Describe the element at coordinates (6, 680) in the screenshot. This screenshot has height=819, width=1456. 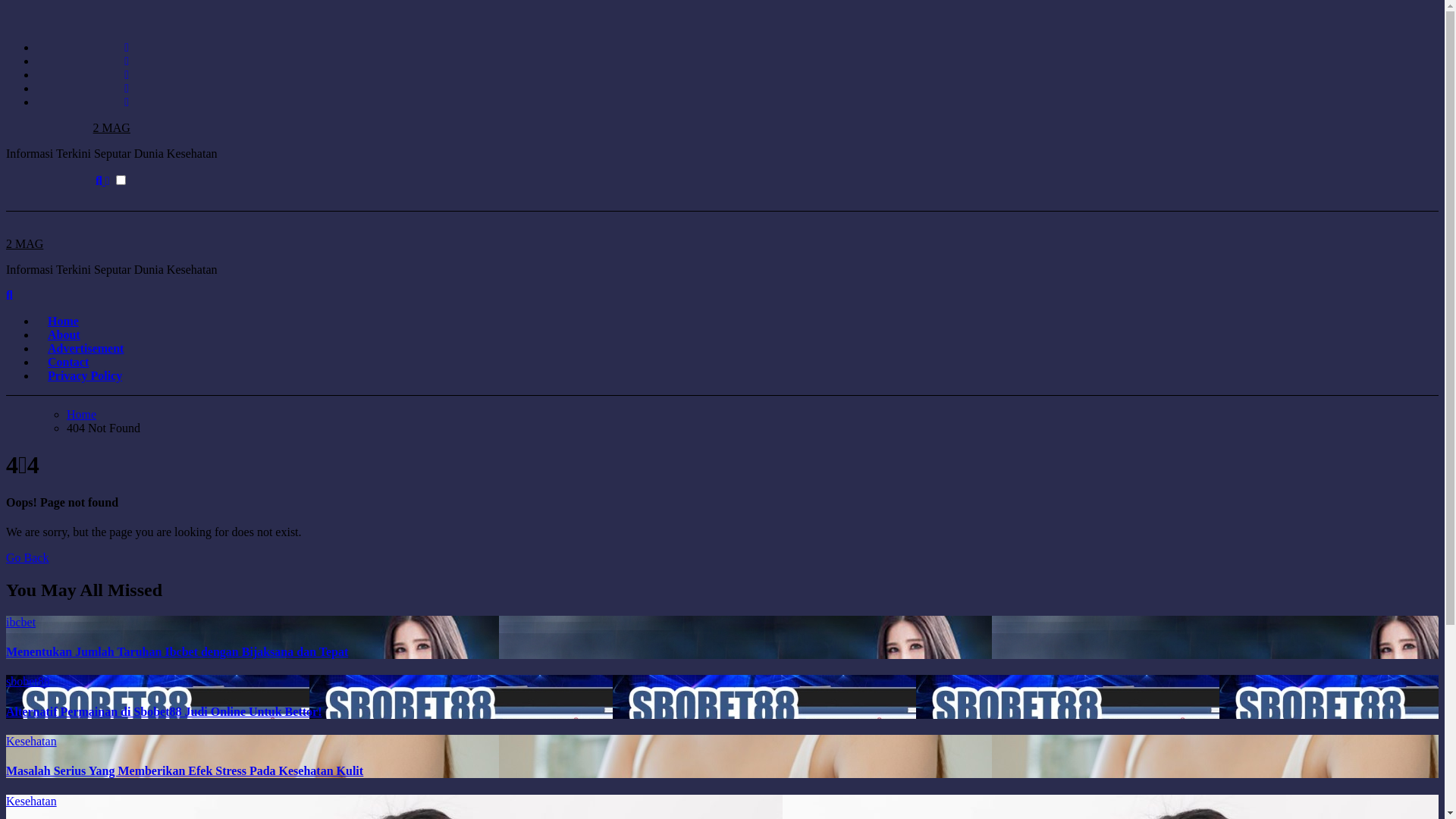
I see `'sbobet88'` at that location.